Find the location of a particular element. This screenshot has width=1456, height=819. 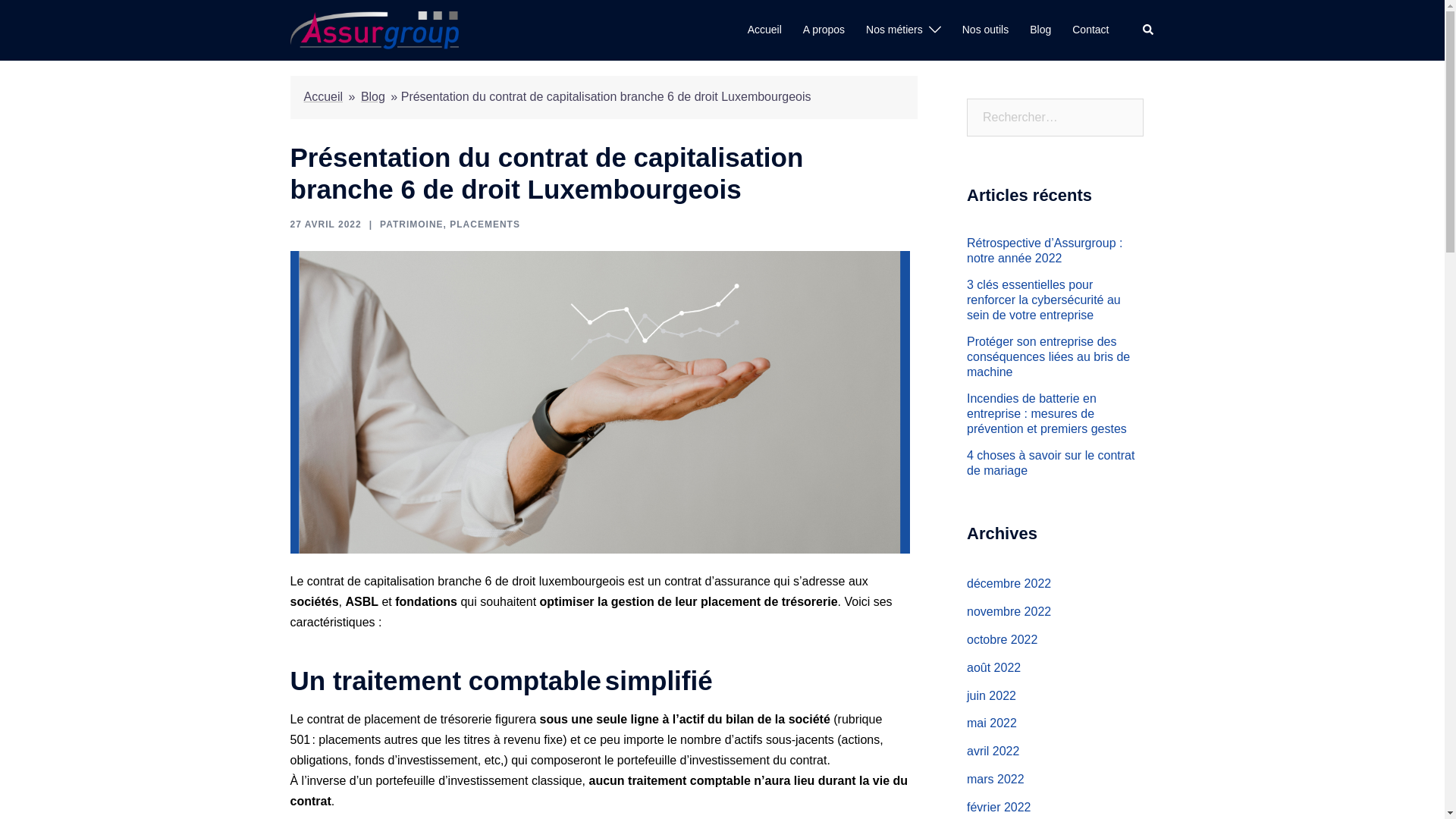

'mars 2022' is located at coordinates (996, 779).